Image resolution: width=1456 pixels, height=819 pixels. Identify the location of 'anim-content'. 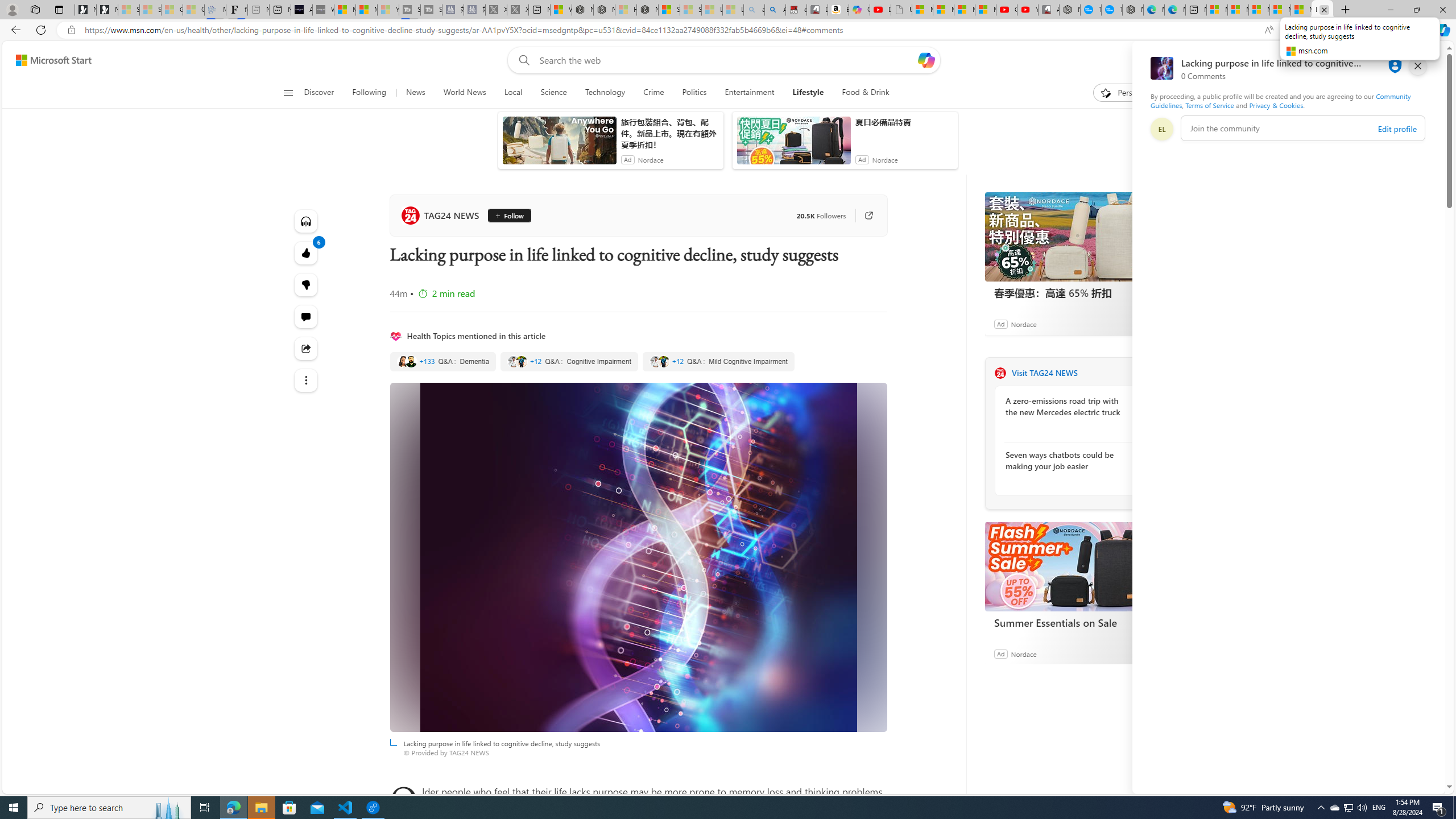
(793, 144).